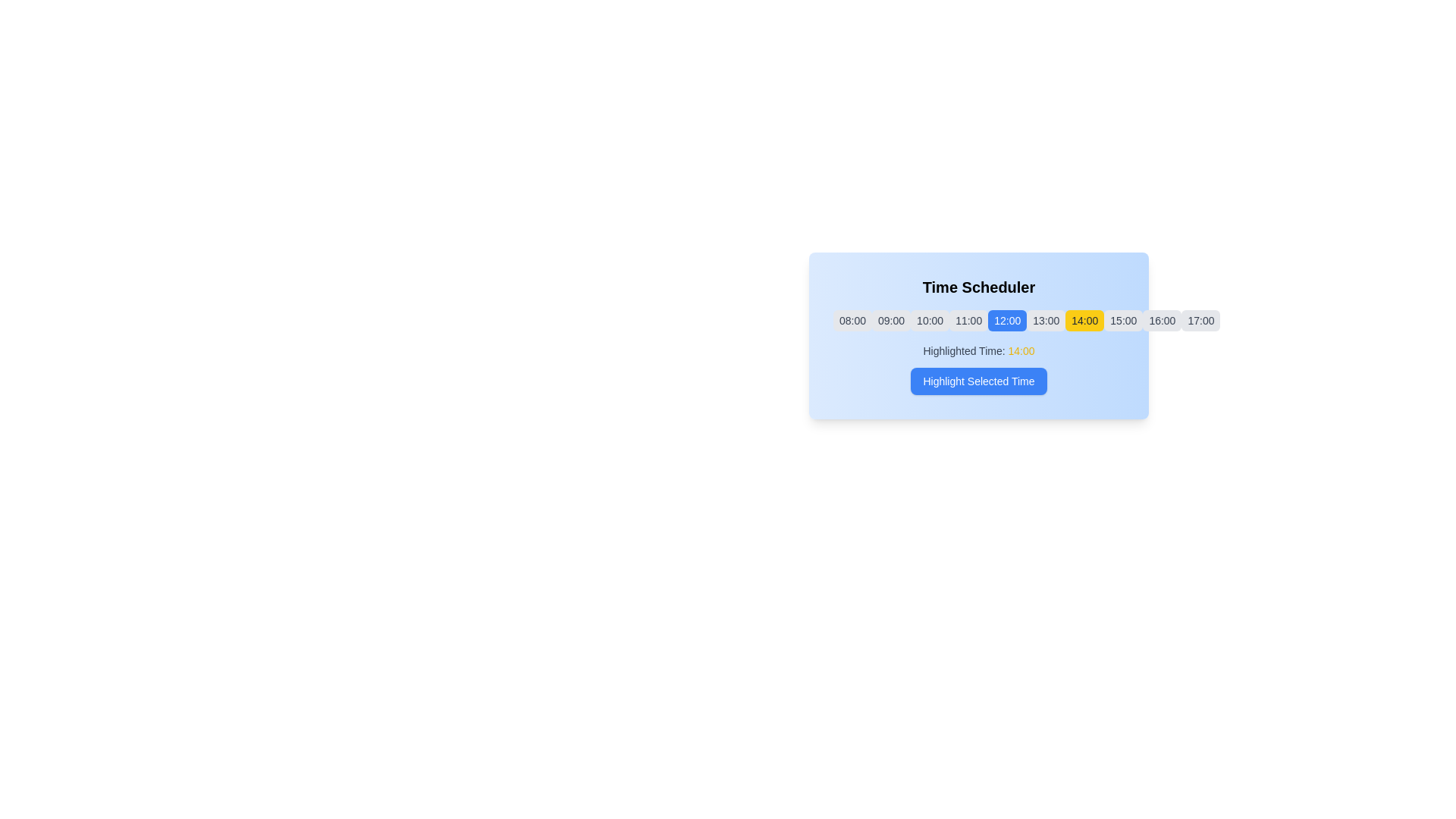 The image size is (1456, 819). Describe the element at coordinates (968, 320) in the screenshot. I see `the '11:00' time slot button located fourth from the left in the horizontal list under 'Time Scheduler'` at that location.